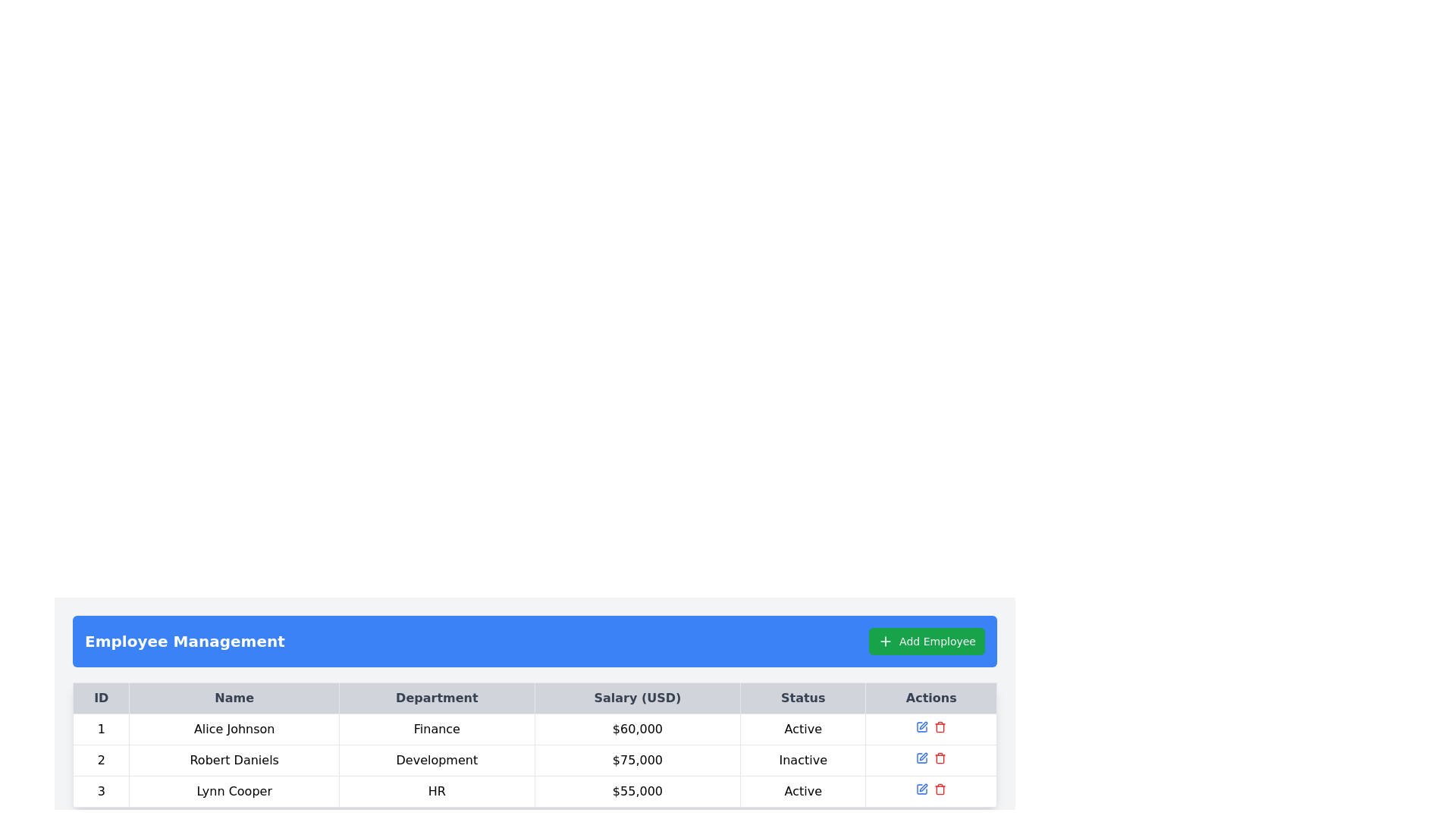 Image resolution: width=1456 pixels, height=819 pixels. I want to click on the static text label or title that categorizes the section for managing employees, located in a blue bar at the top left of the section, so click(184, 641).